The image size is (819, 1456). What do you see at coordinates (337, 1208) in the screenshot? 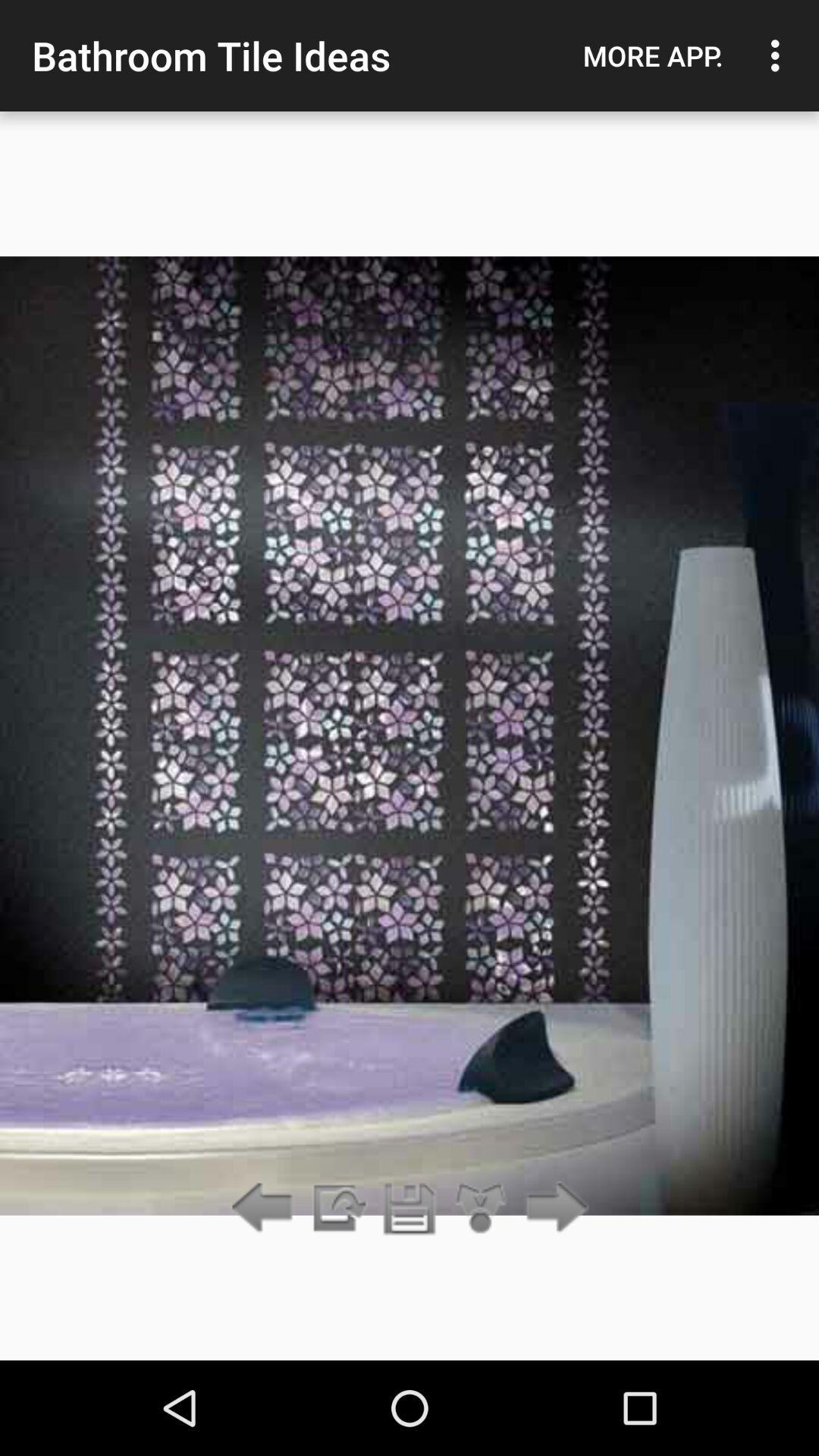
I see `previous` at bounding box center [337, 1208].